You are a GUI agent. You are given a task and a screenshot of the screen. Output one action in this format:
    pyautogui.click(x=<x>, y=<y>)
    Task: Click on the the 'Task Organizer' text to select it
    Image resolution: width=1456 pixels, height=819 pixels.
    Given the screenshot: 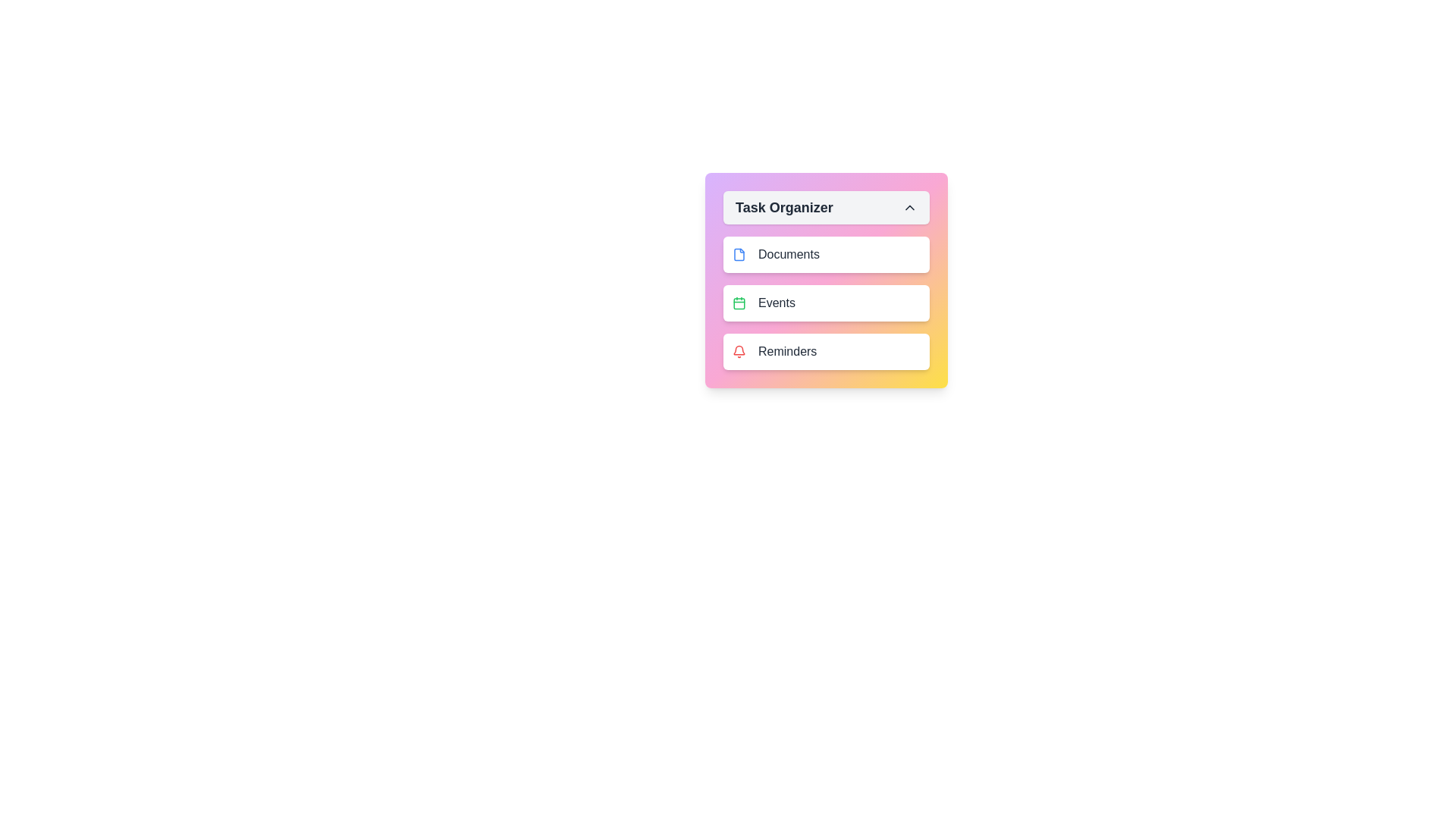 What is the action you would take?
    pyautogui.click(x=825, y=207)
    